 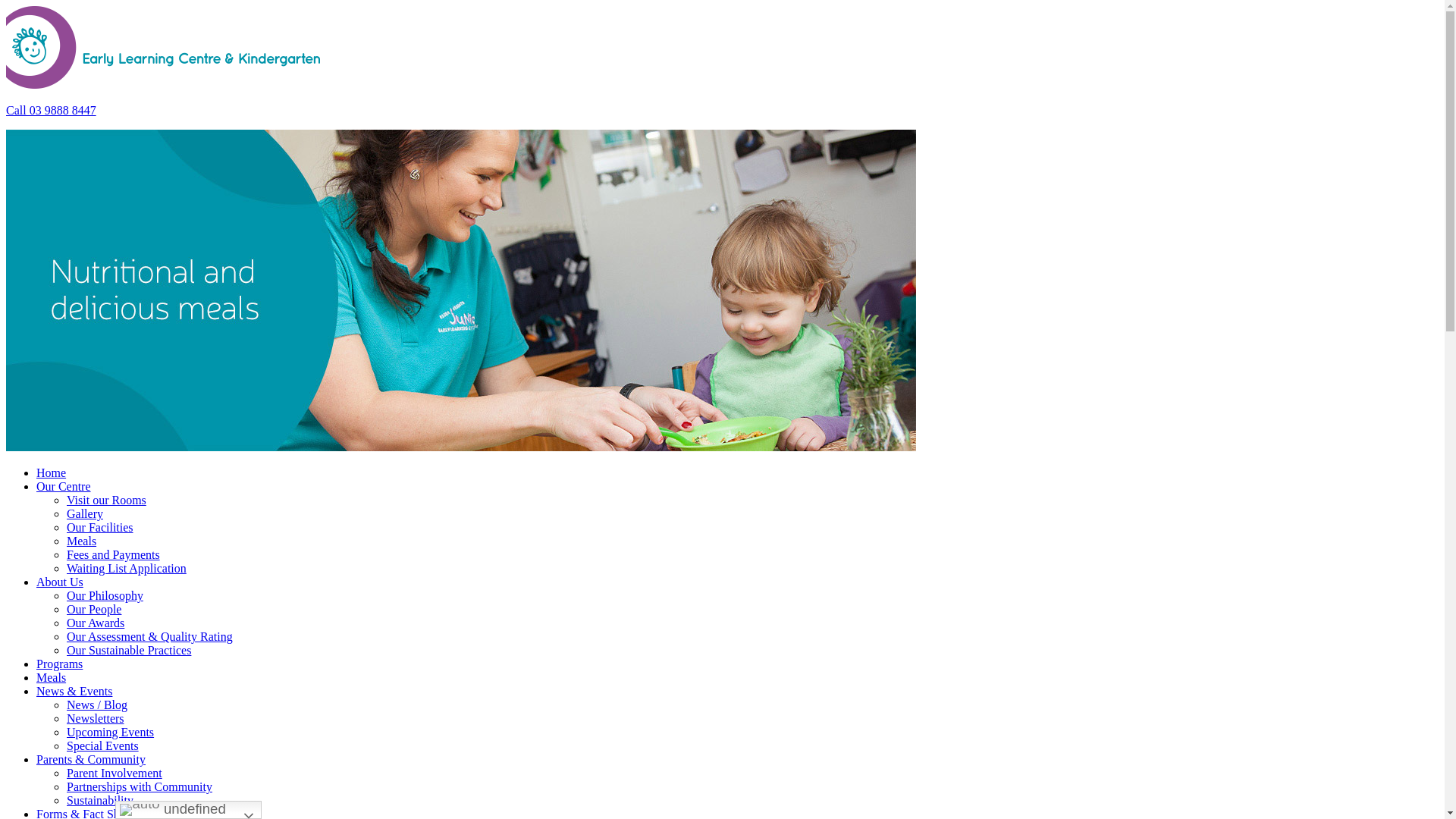 I want to click on 'Our Assessment & Quality Rating', so click(x=149, y=636).